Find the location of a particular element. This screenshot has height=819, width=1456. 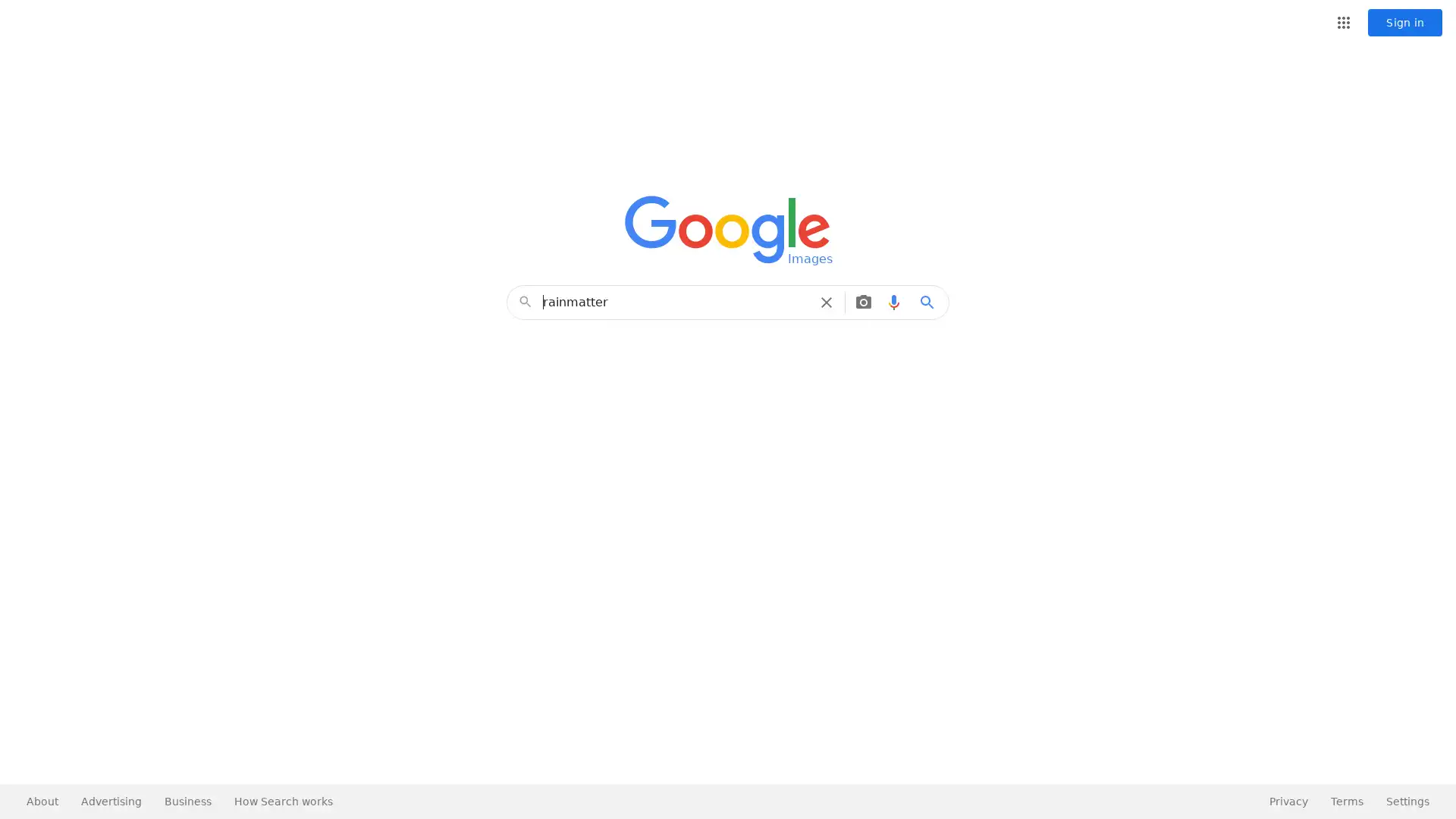

Google apps is located at coordinates (1343, 23).